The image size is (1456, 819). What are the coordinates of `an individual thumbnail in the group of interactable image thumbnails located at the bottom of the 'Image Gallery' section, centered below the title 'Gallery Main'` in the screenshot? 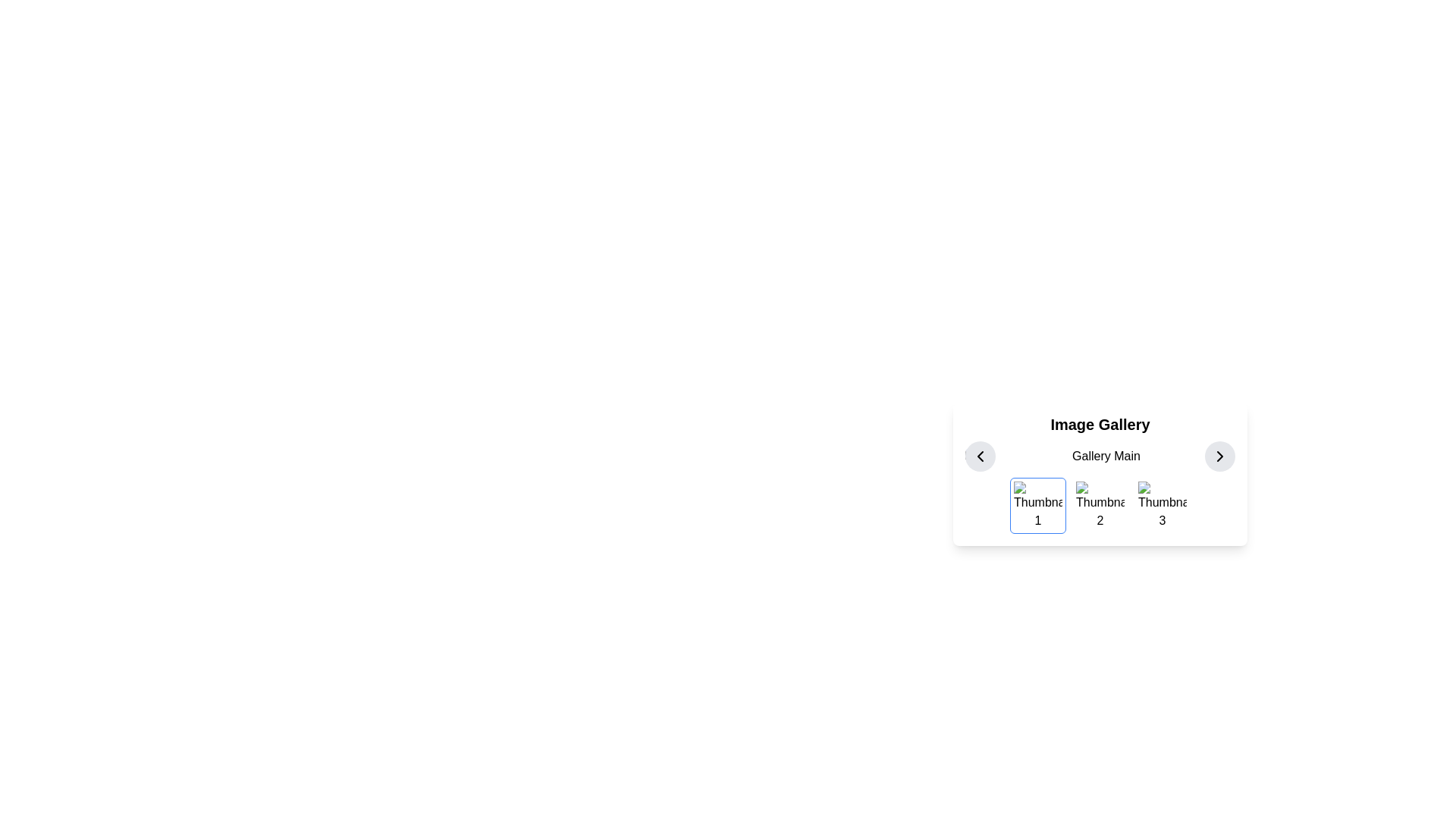 It's located at (1100, 506).